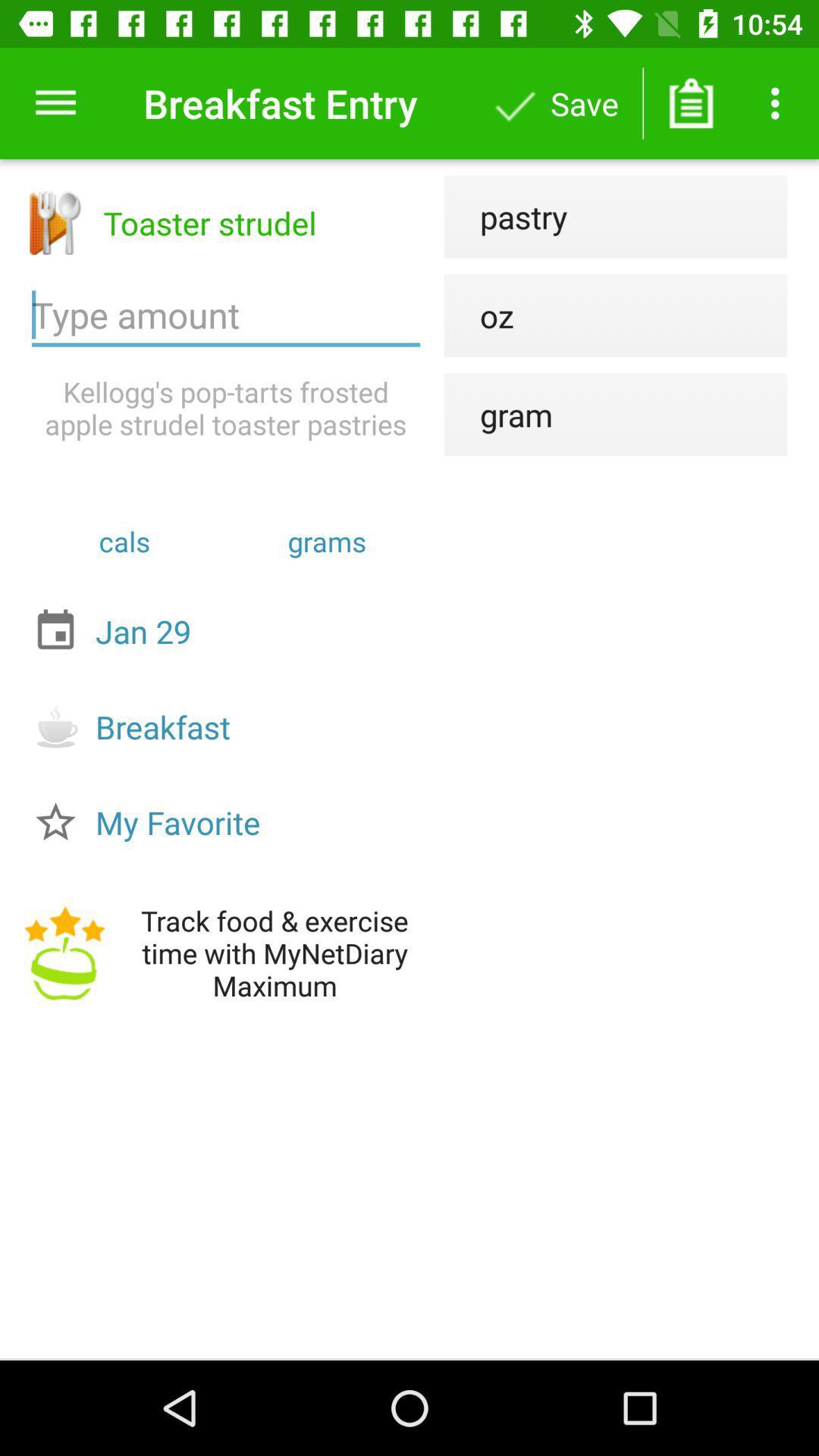  Describe the element at coordinates (230, 631) in the screenshot. I see `item below the cals` at that location.